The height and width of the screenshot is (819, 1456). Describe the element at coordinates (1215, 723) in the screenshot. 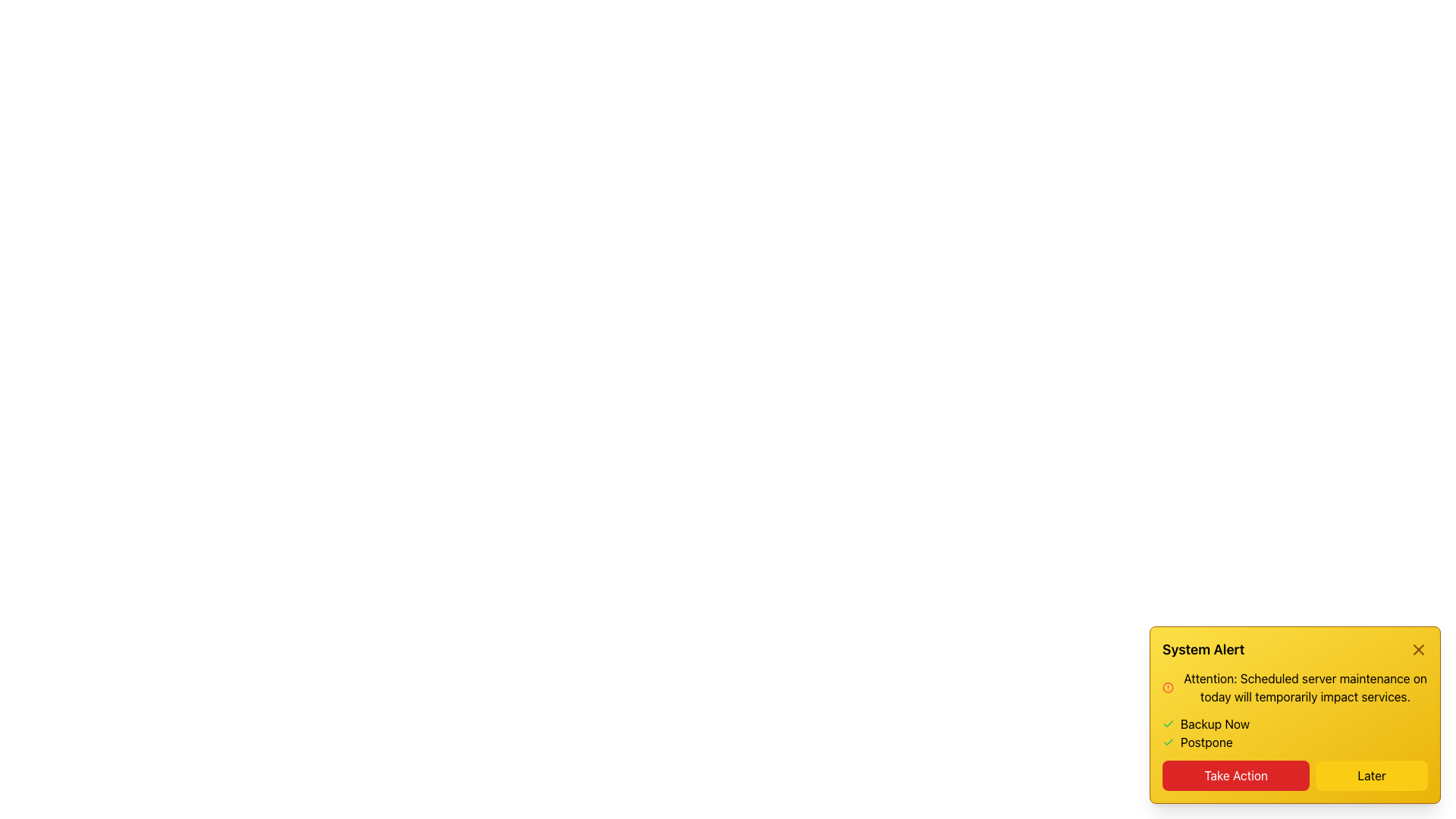

I see `the 'Backup Now' text label, which is bold black on a yellow background, part of the 'System Alert' notification interface` at that location.